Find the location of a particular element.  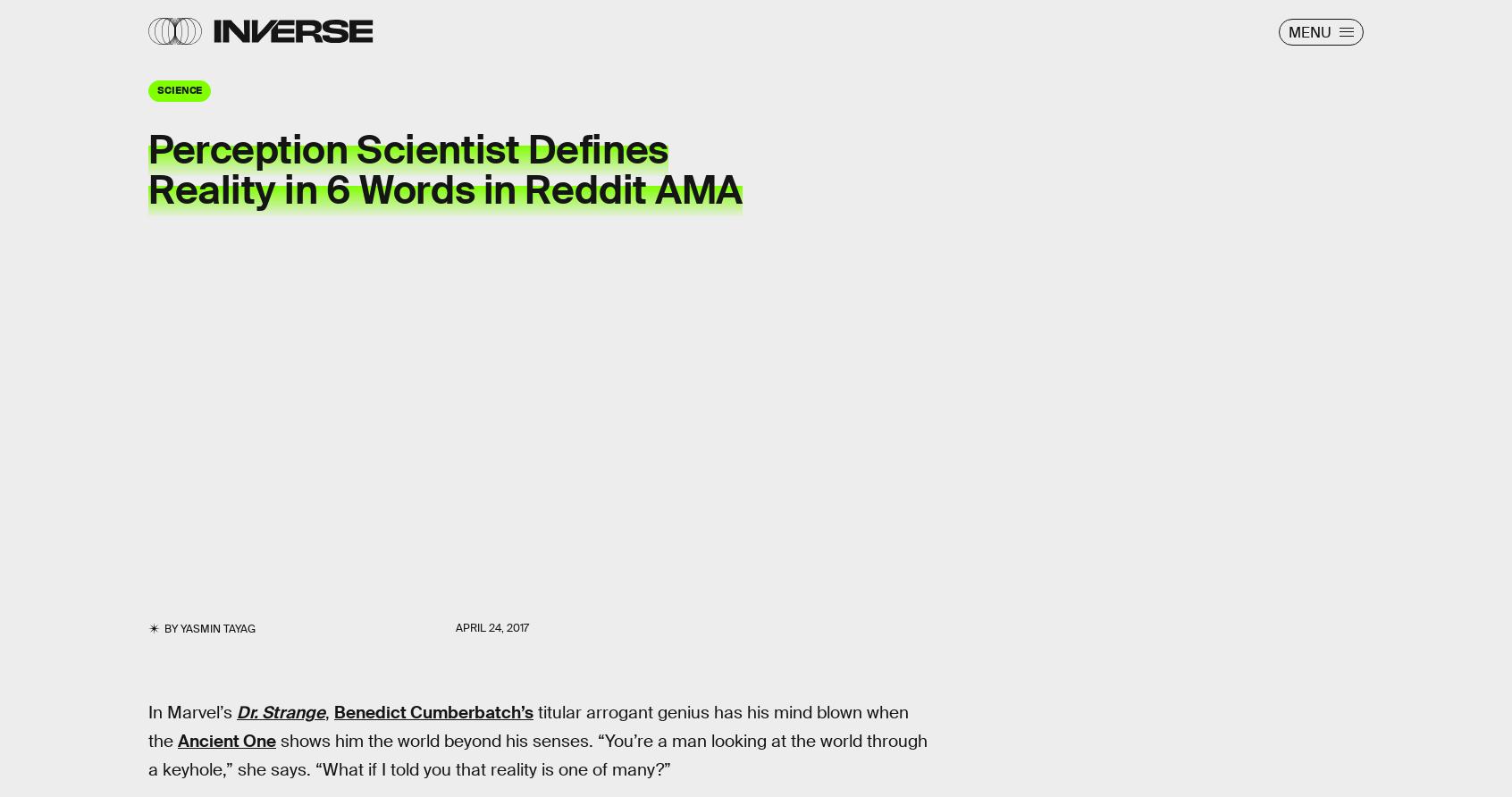

'Dr. Strange' is located at coordinates (280, 711).